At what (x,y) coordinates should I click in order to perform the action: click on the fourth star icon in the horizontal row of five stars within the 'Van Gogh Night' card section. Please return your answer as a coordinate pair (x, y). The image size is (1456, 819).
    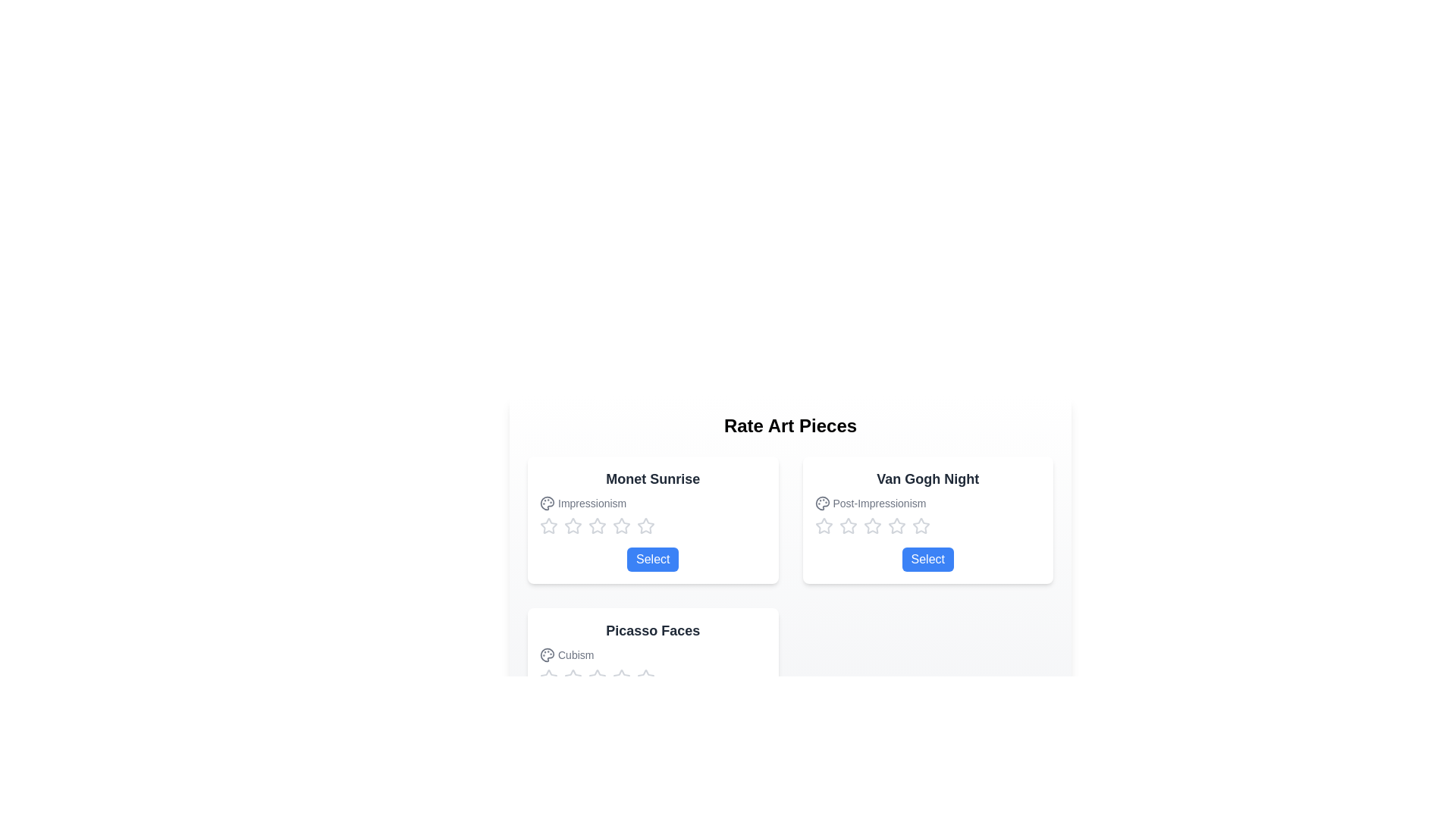
    Looking at the image, I should click on (872, 526).